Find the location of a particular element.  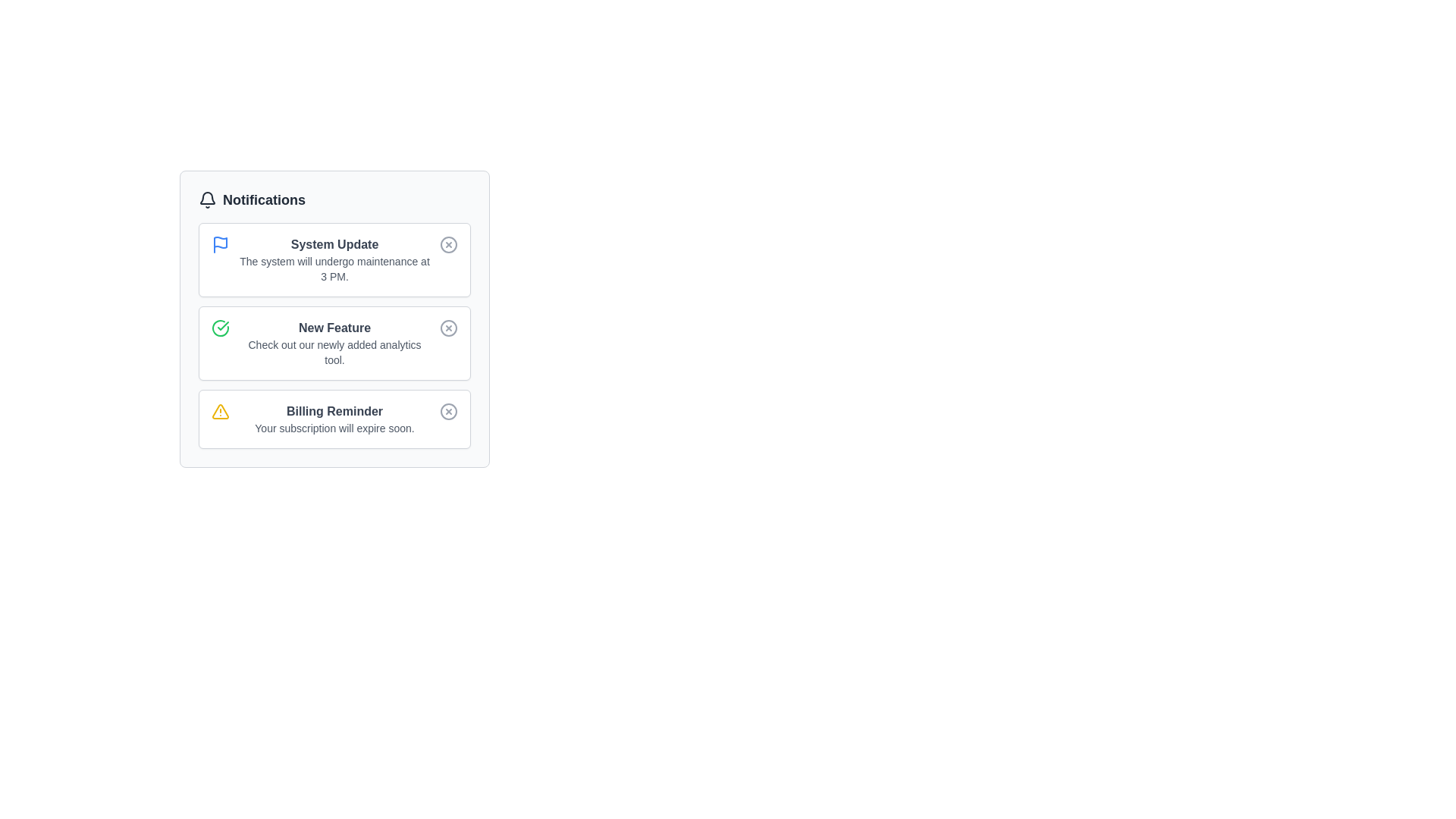

the small circular button with an 'X' mark, located in the top right corner of the 'System Update' notification box, to change its appearance is located at coordinates (447, 244).